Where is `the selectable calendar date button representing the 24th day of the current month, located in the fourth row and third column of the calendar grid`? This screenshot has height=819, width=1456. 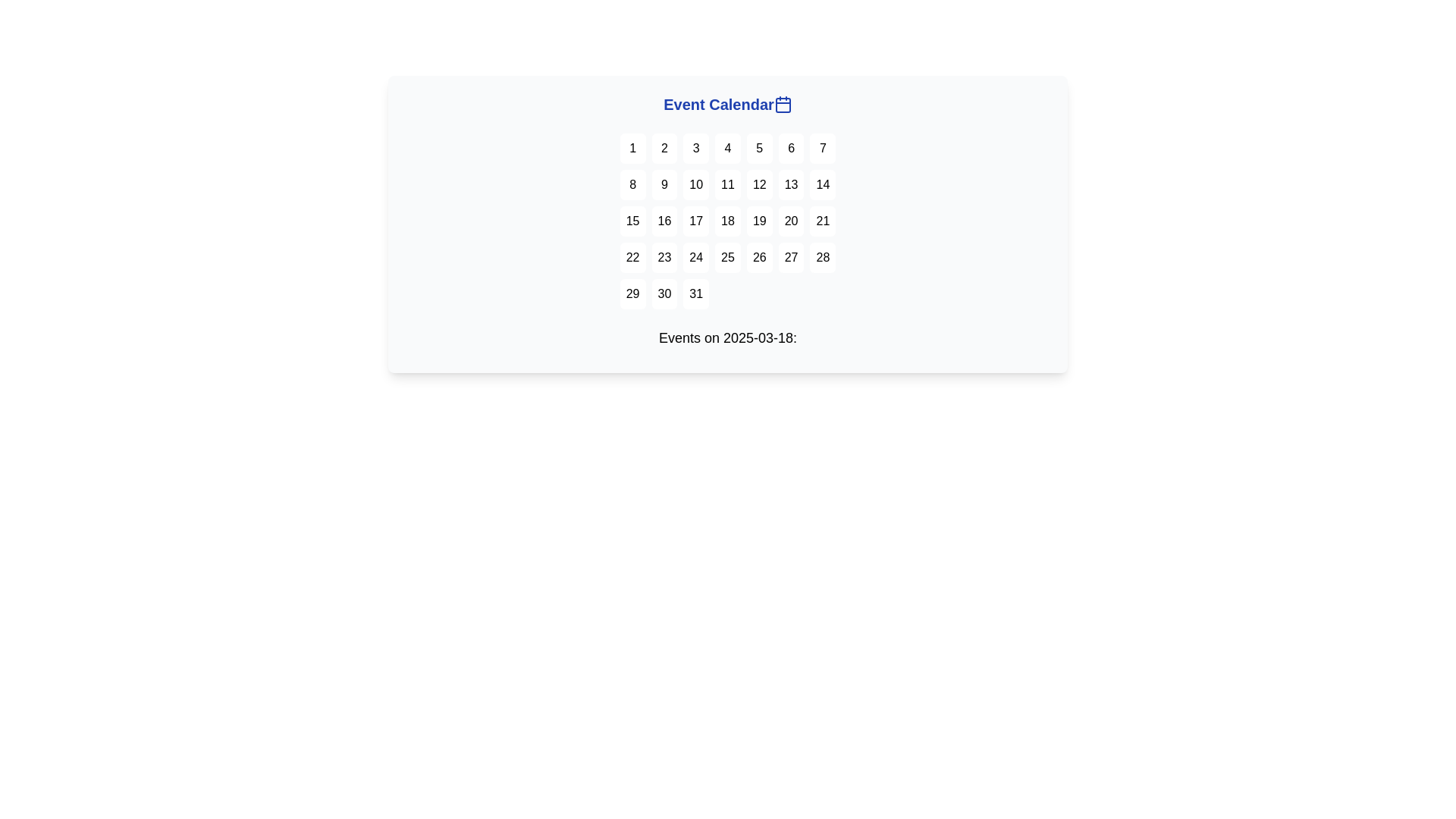 the selectable calendar date button representing the 24th day of the current month, located in the fourth row and third column of the calendar grid is located at coordinates (695, 256).